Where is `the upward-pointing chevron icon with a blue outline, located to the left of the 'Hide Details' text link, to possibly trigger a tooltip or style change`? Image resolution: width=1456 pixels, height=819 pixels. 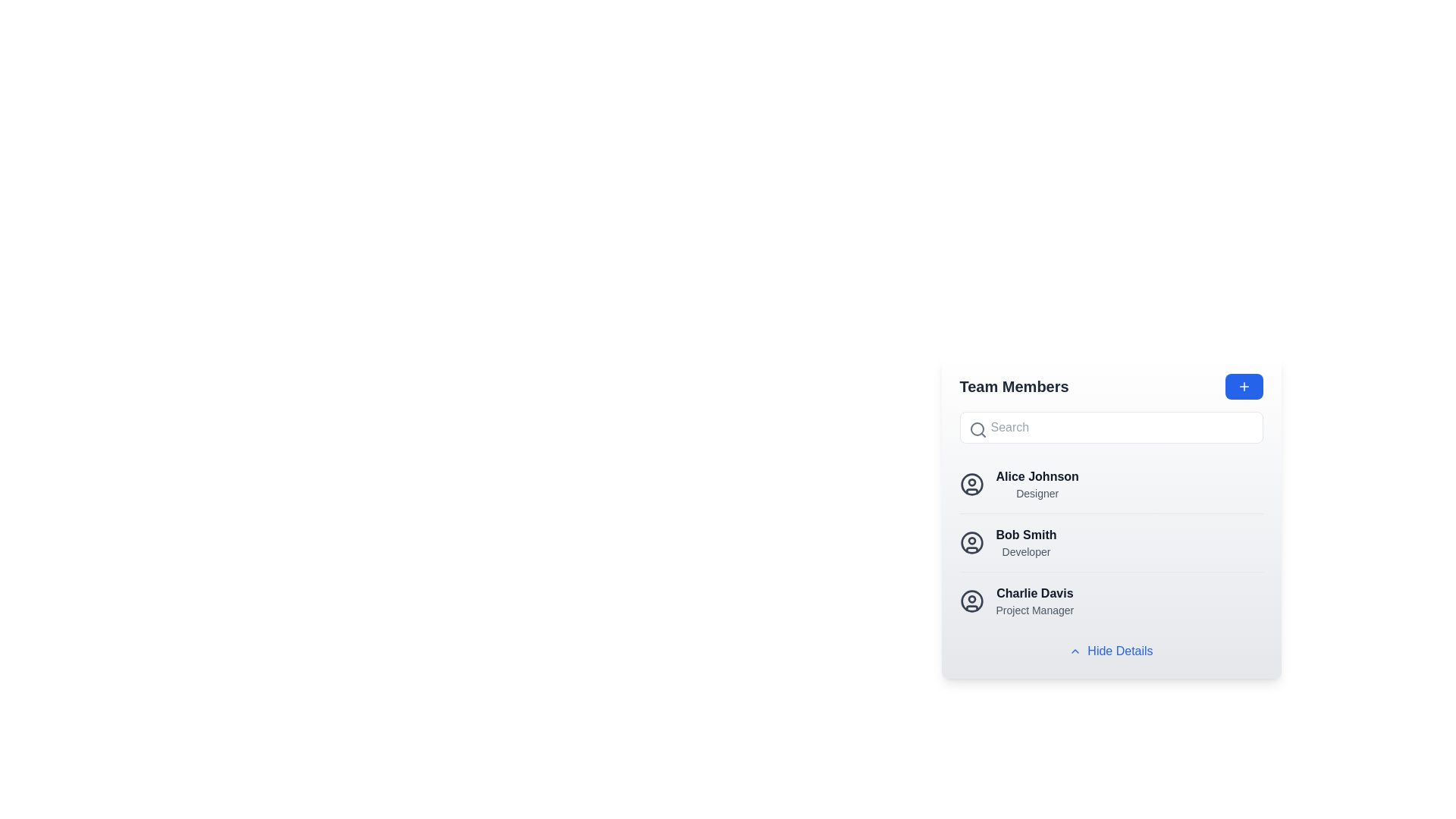 the upward-pointing chevron icon with a blue outline, located to the left of the 'Hide Details' text link, to possibly trigger a tooltip or style change is located at coordinates (1075, 651).